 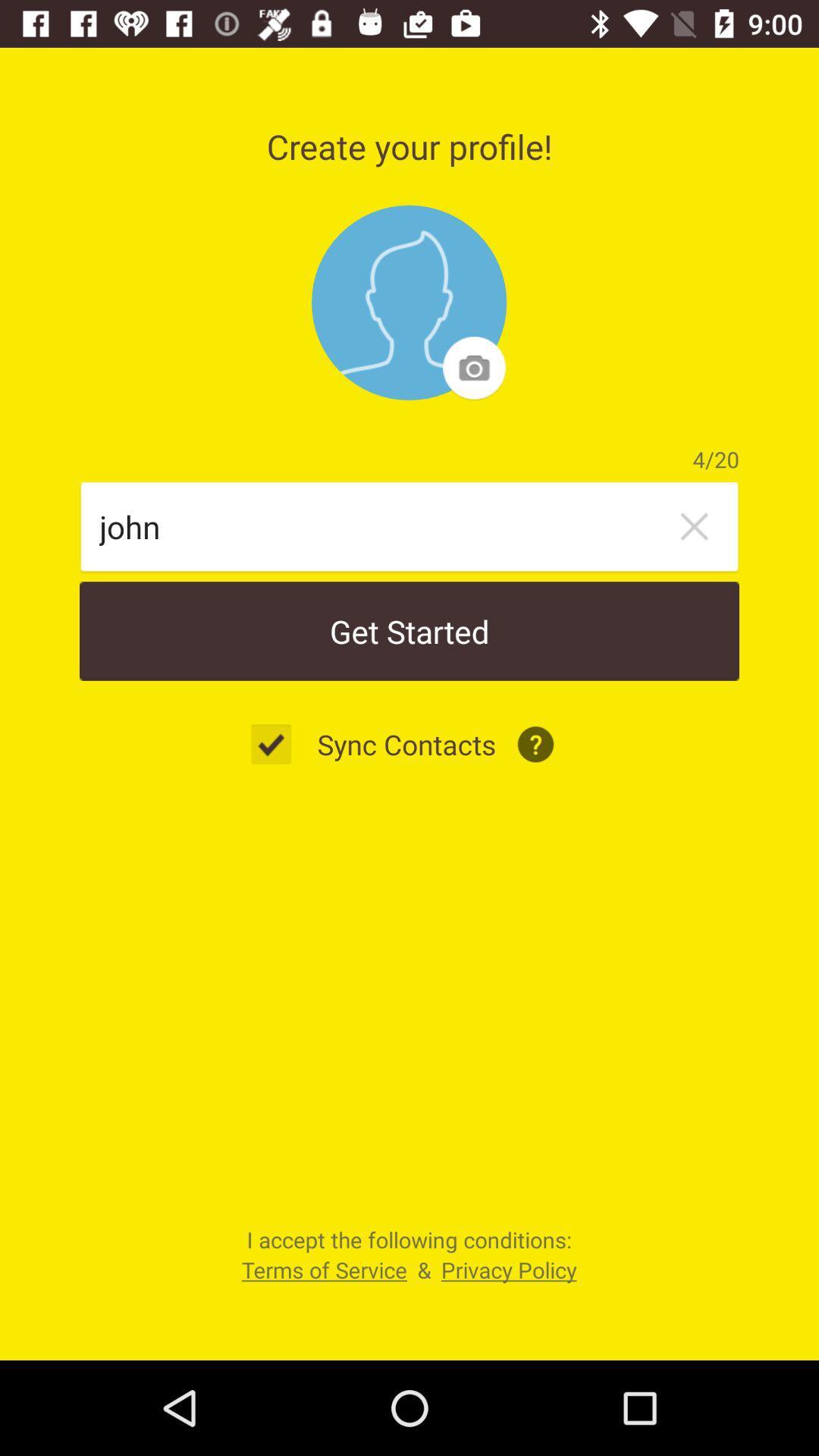 What do you see at coordinates (383, 526) in the screenshot?
I see `the john item` at bounding box center [383, 526].